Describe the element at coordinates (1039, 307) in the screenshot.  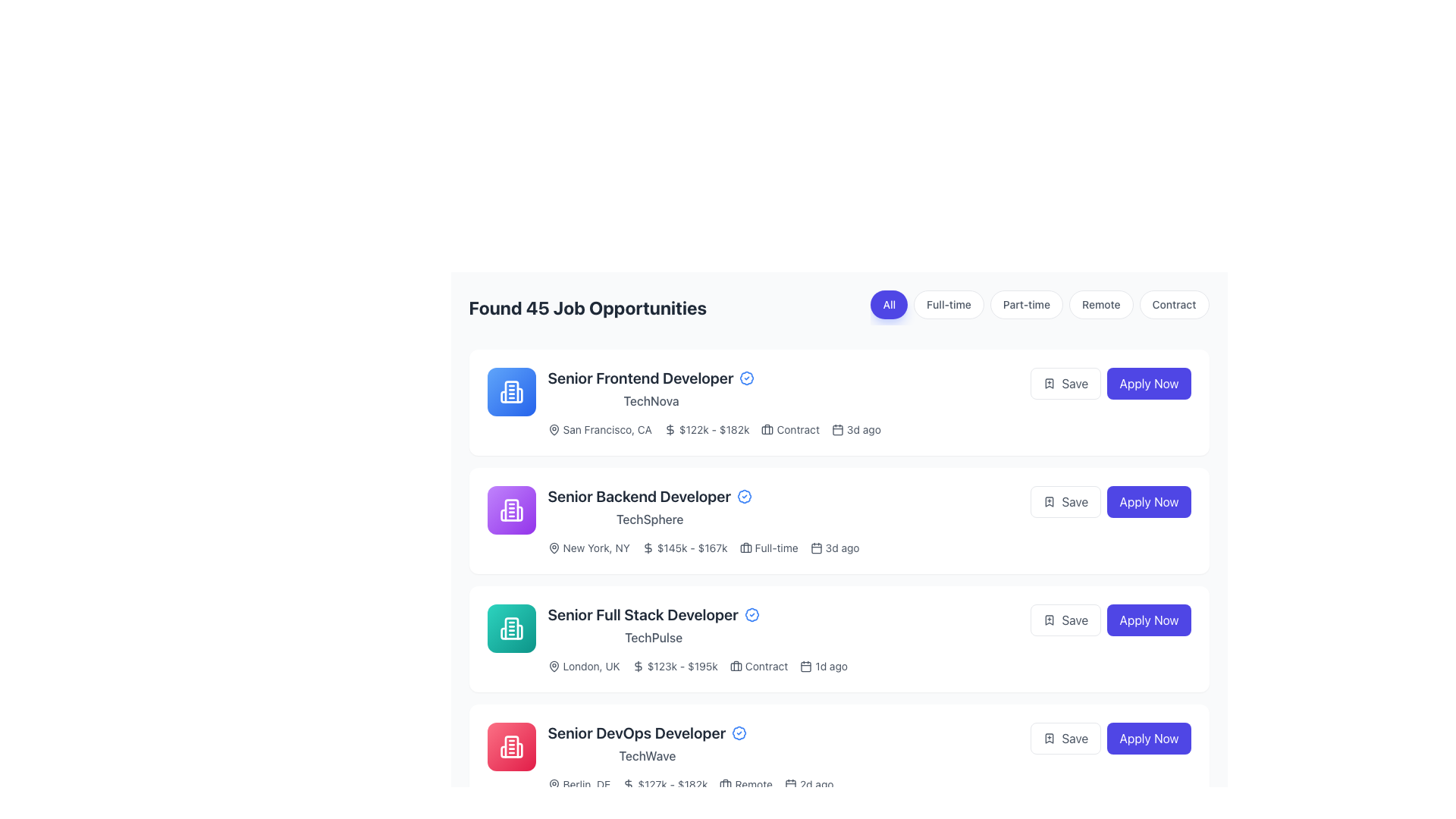
I see `the filter bar located beneath the title 'Found 45 Job Opportunities'` at that location.